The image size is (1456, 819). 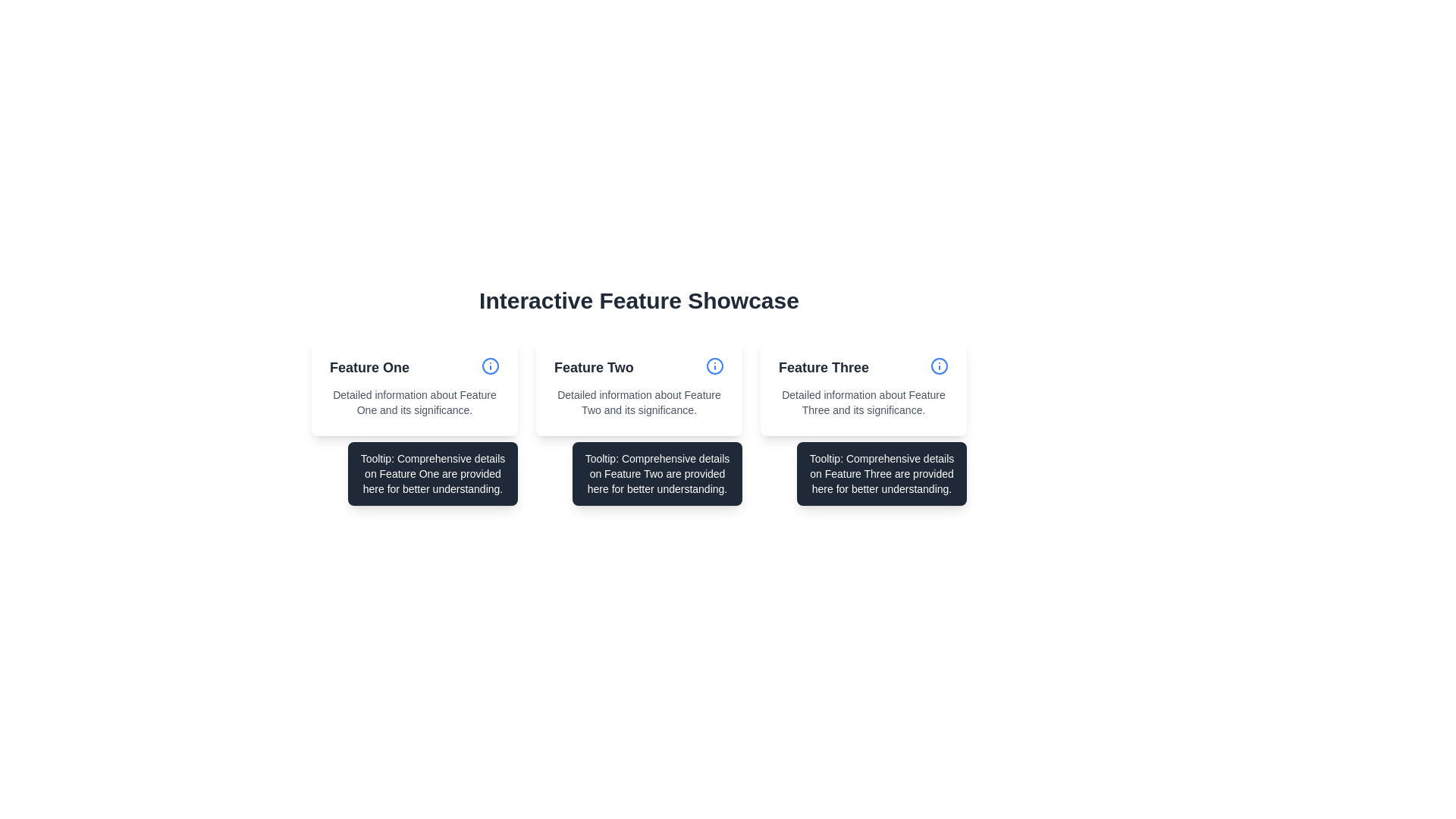 What do you see at coordinates (639, 386) in the screenshot?
I see `the informational card presenting details about 'Feature Two' in the grid of feature cards` at bounding box center [639, 386].